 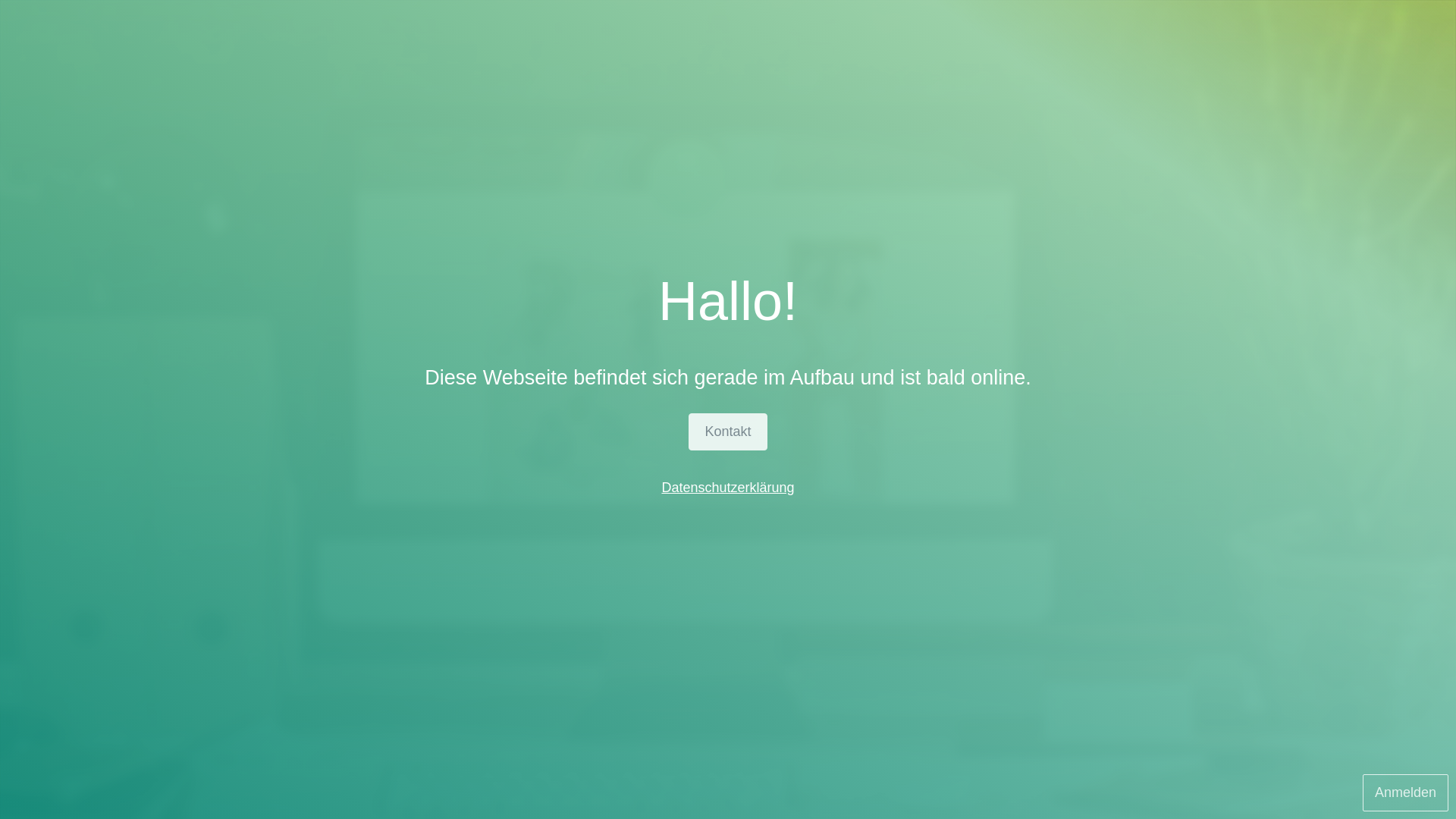 What do you see at coordinates (1404, 792) in the screenshot?
I see `'Anmelden'` at bounding box center [1404, 792].